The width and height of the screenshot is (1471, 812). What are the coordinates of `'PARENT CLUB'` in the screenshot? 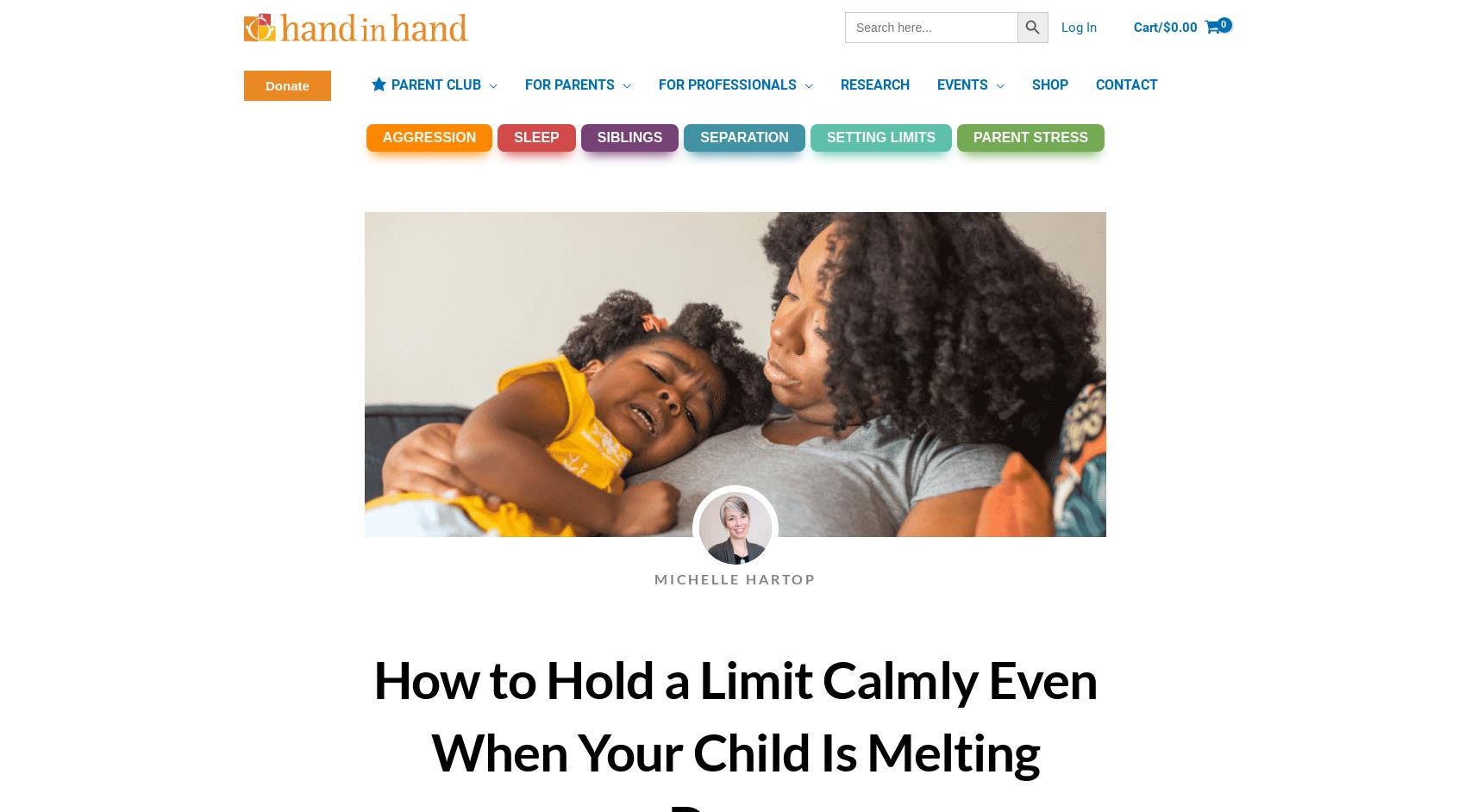 It's located at (434, 84).